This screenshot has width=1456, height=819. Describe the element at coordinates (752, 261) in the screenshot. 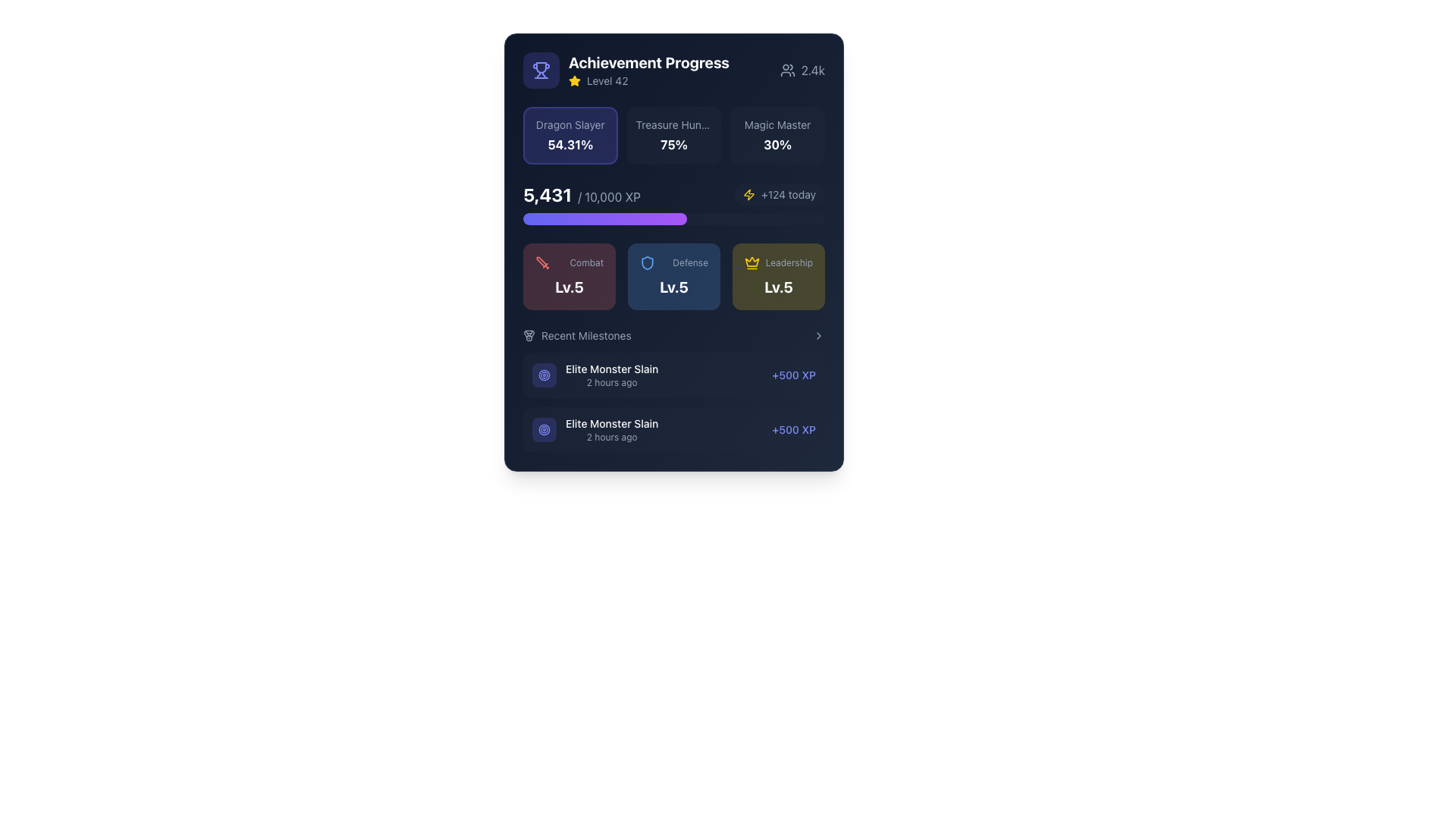

I see `the 'Leadership' icon located at the top part of the card, just above the text 'Lv.5'` at that location.